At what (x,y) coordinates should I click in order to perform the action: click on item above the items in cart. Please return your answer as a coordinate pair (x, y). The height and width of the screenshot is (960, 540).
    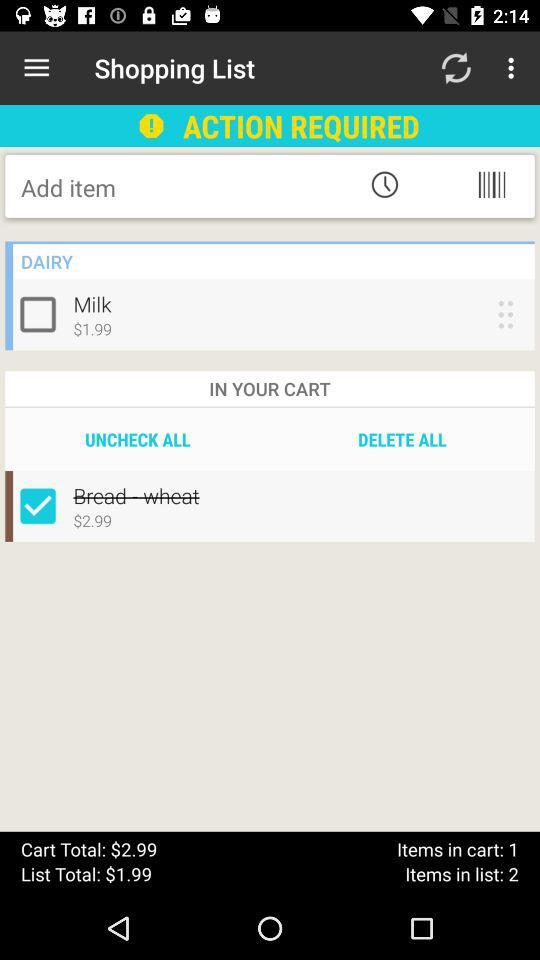
    Looking at the image, I should click on (402, 439).